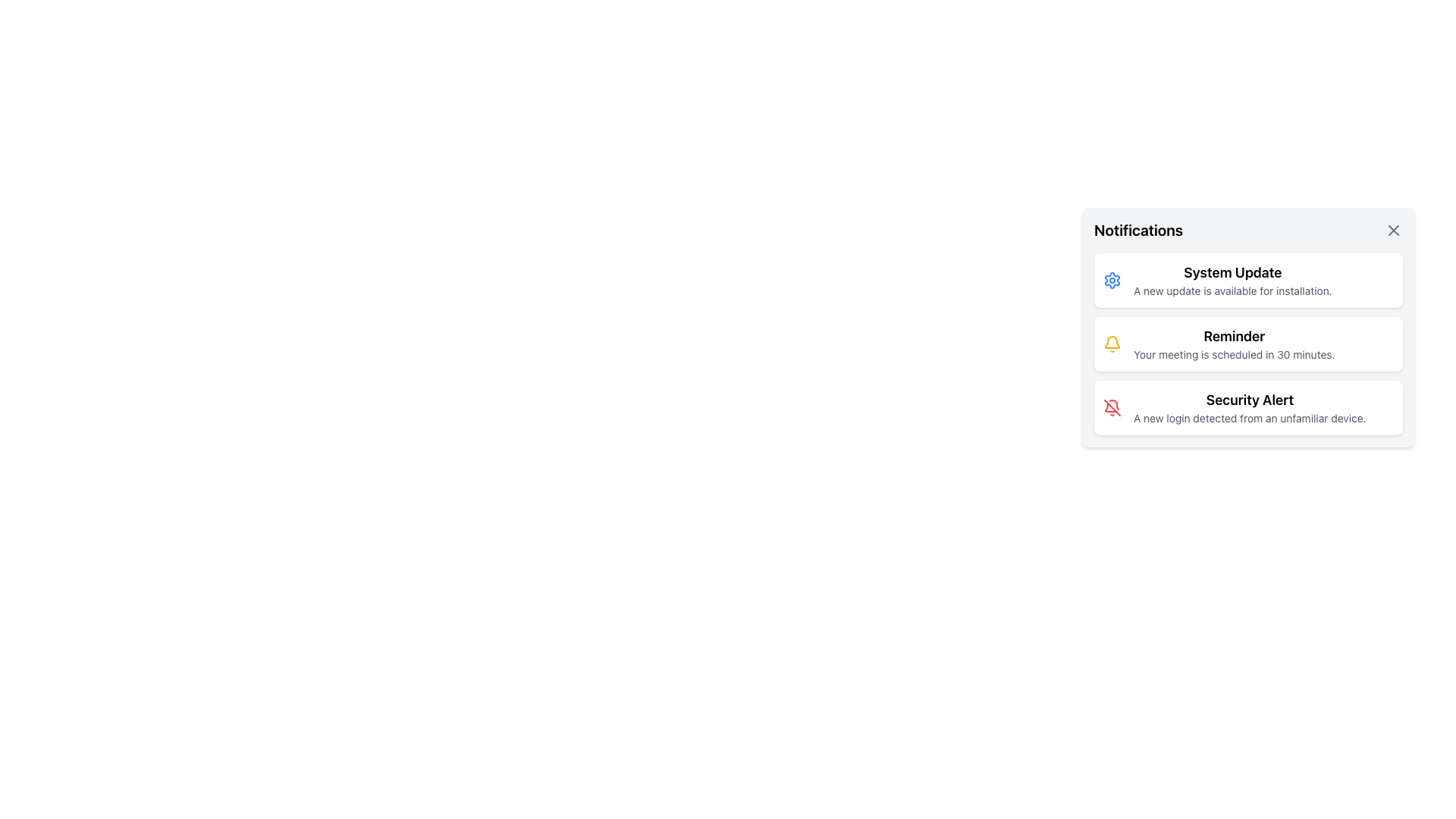 The width and height of the screenshot is (1456, 819). I want to click on the red outlined bell icon with a diagonal line crossing it, indicating disabled notifications, so click(1112, 406).